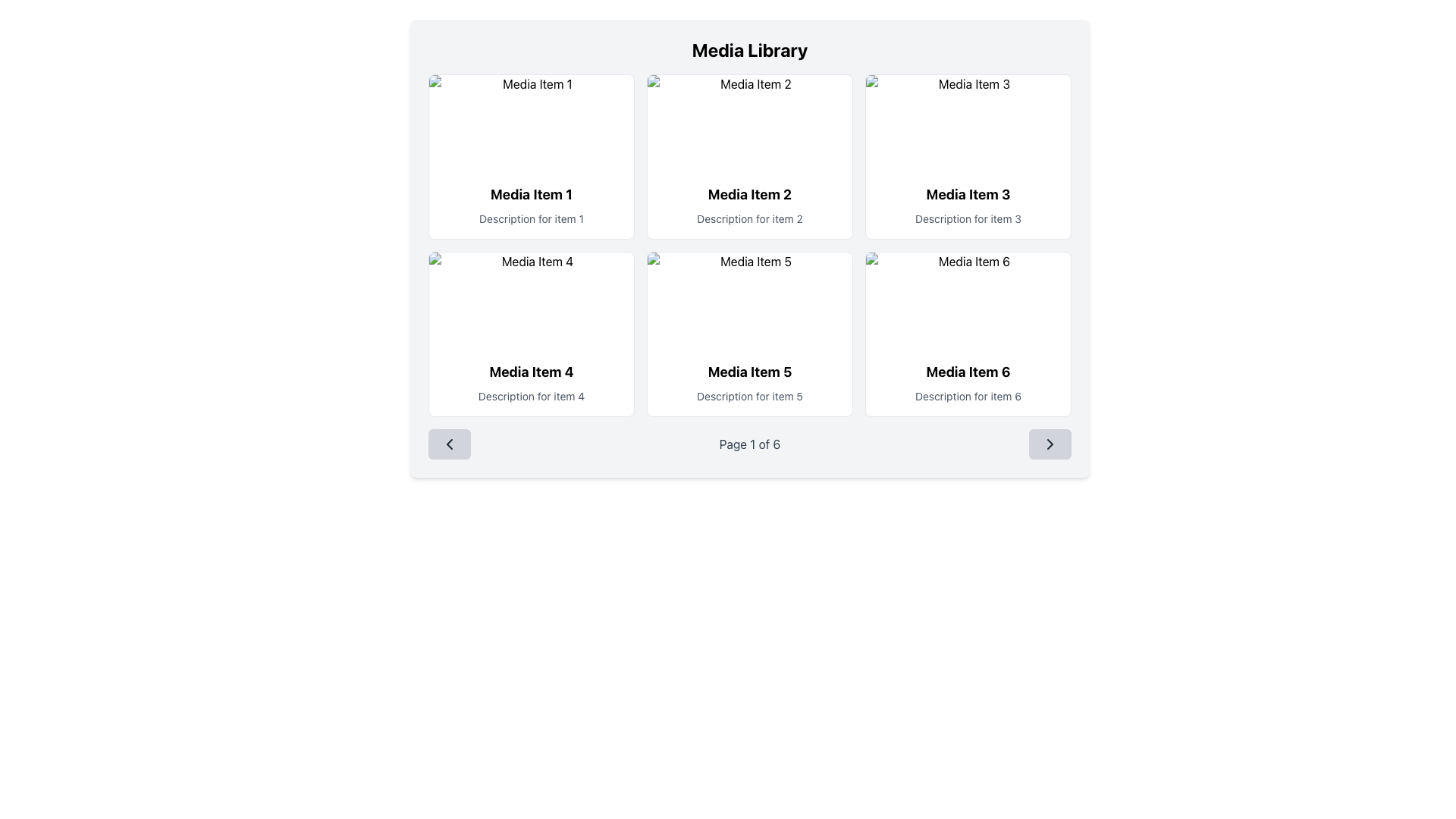 This screenshot has height=819, width=1456. I want to click on the text label that serves as the title for a media item, located in the second row, first column of the grid structure, so click(531, 372).